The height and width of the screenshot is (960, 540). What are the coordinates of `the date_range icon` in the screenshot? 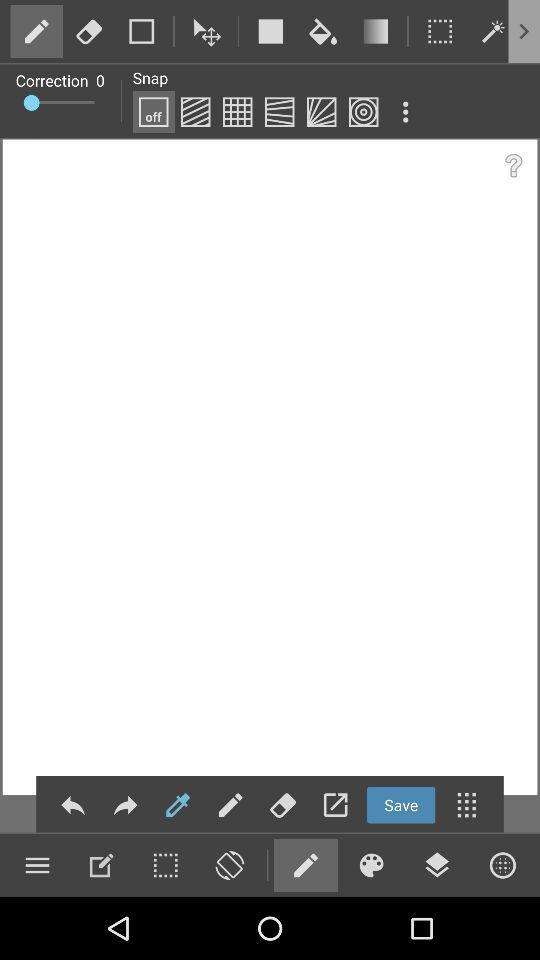 It's located at (164, 864).